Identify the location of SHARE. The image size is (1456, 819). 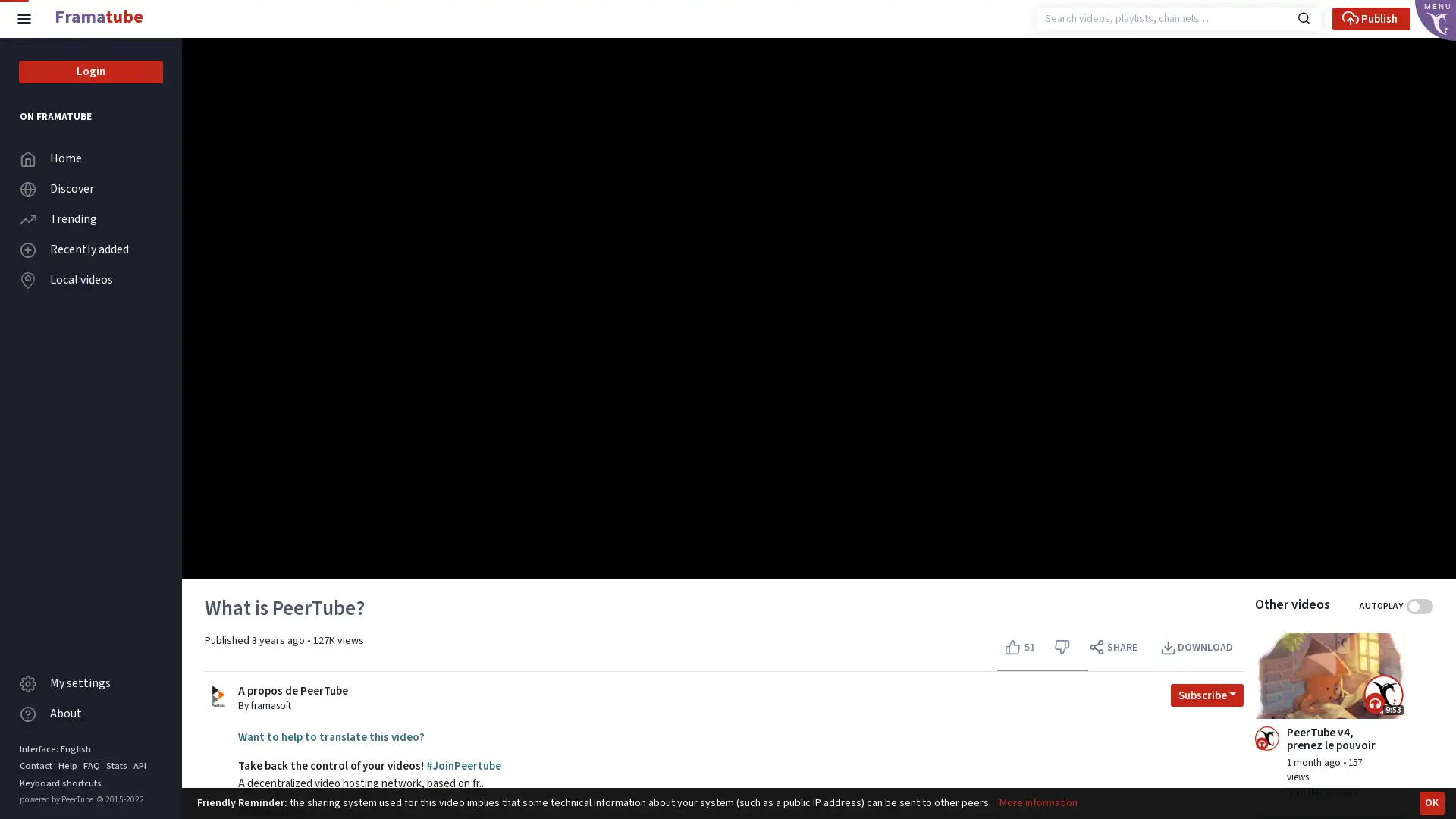
(1114, 647).